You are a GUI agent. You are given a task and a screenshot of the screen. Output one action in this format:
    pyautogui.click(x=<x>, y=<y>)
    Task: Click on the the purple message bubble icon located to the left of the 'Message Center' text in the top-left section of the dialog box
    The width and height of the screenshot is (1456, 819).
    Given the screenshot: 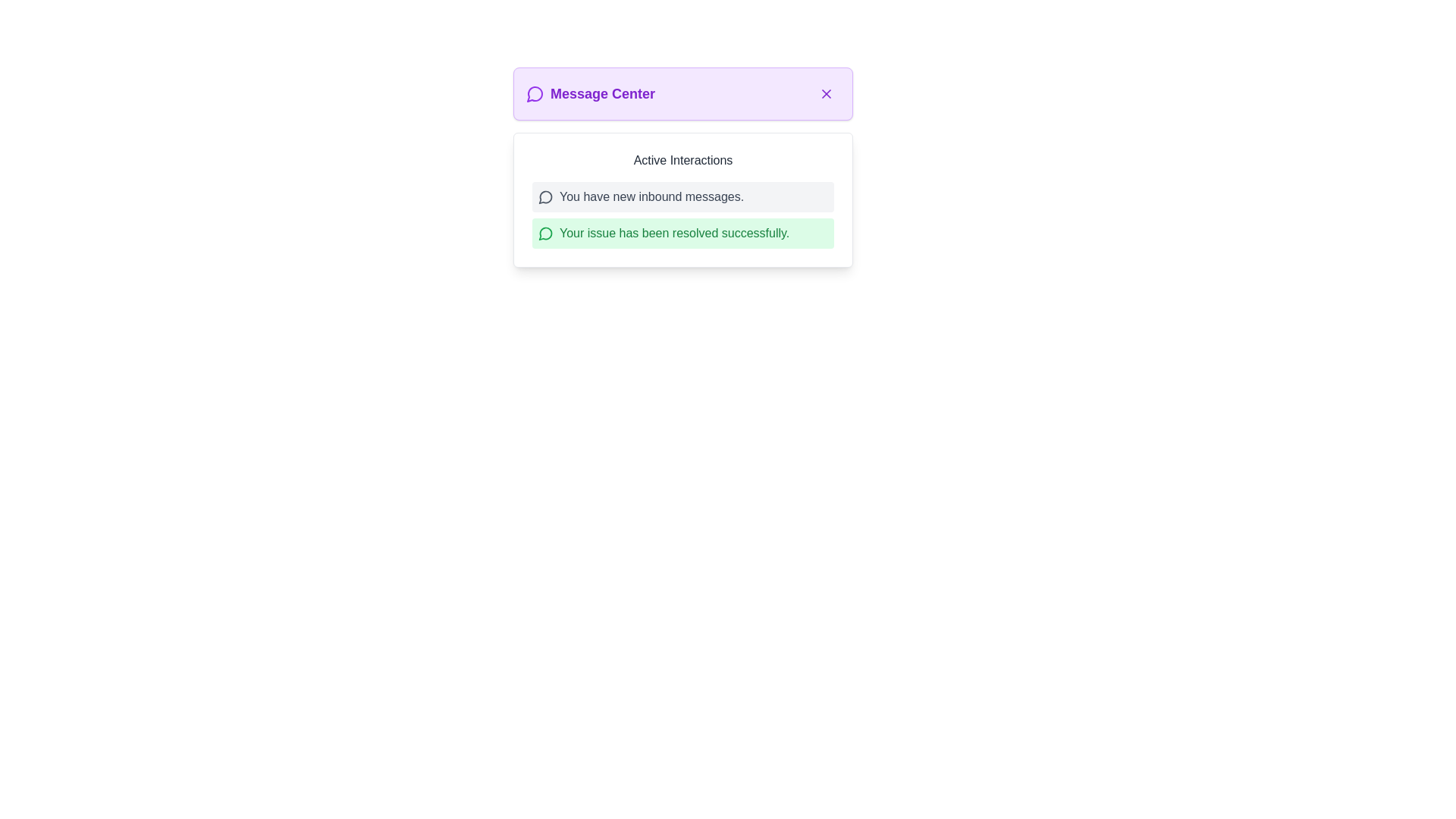 What is the action you would take?
    pyautogui.click(x=535, y=93)
    